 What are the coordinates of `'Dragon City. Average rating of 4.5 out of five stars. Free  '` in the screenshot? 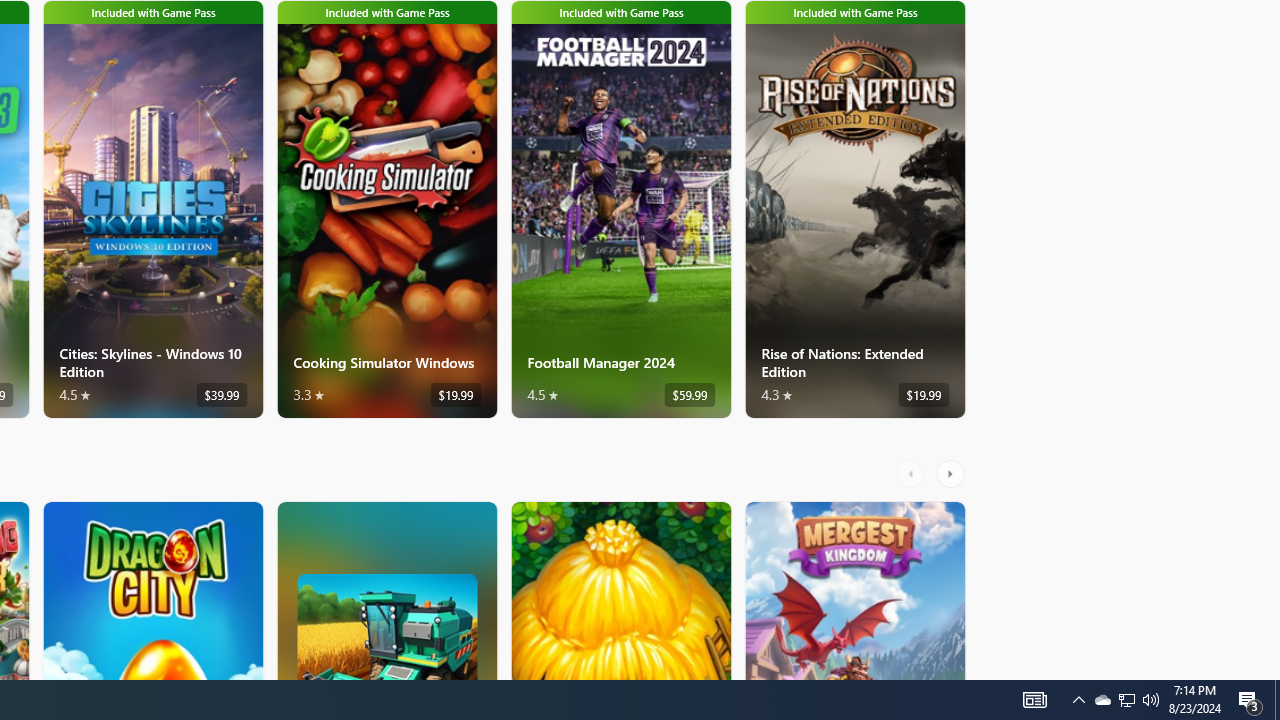 It's located at (151, 589).